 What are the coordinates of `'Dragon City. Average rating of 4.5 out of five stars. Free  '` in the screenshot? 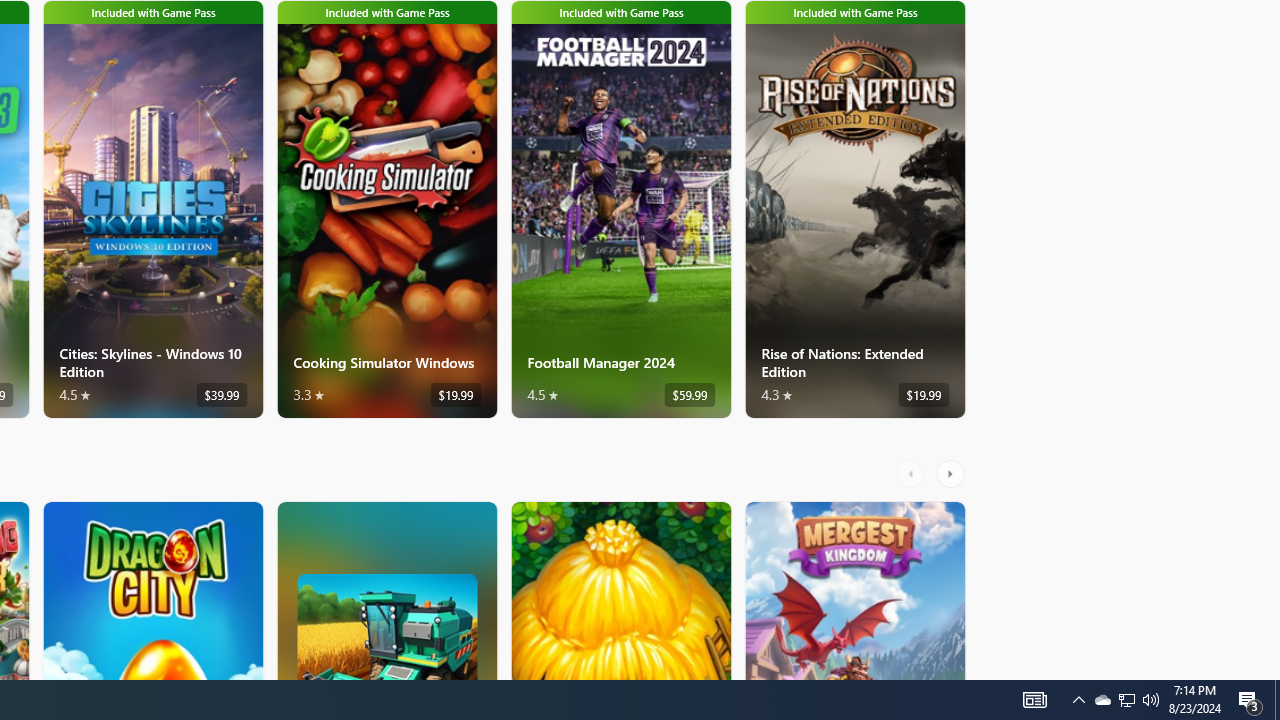 It's located at (151, 589).